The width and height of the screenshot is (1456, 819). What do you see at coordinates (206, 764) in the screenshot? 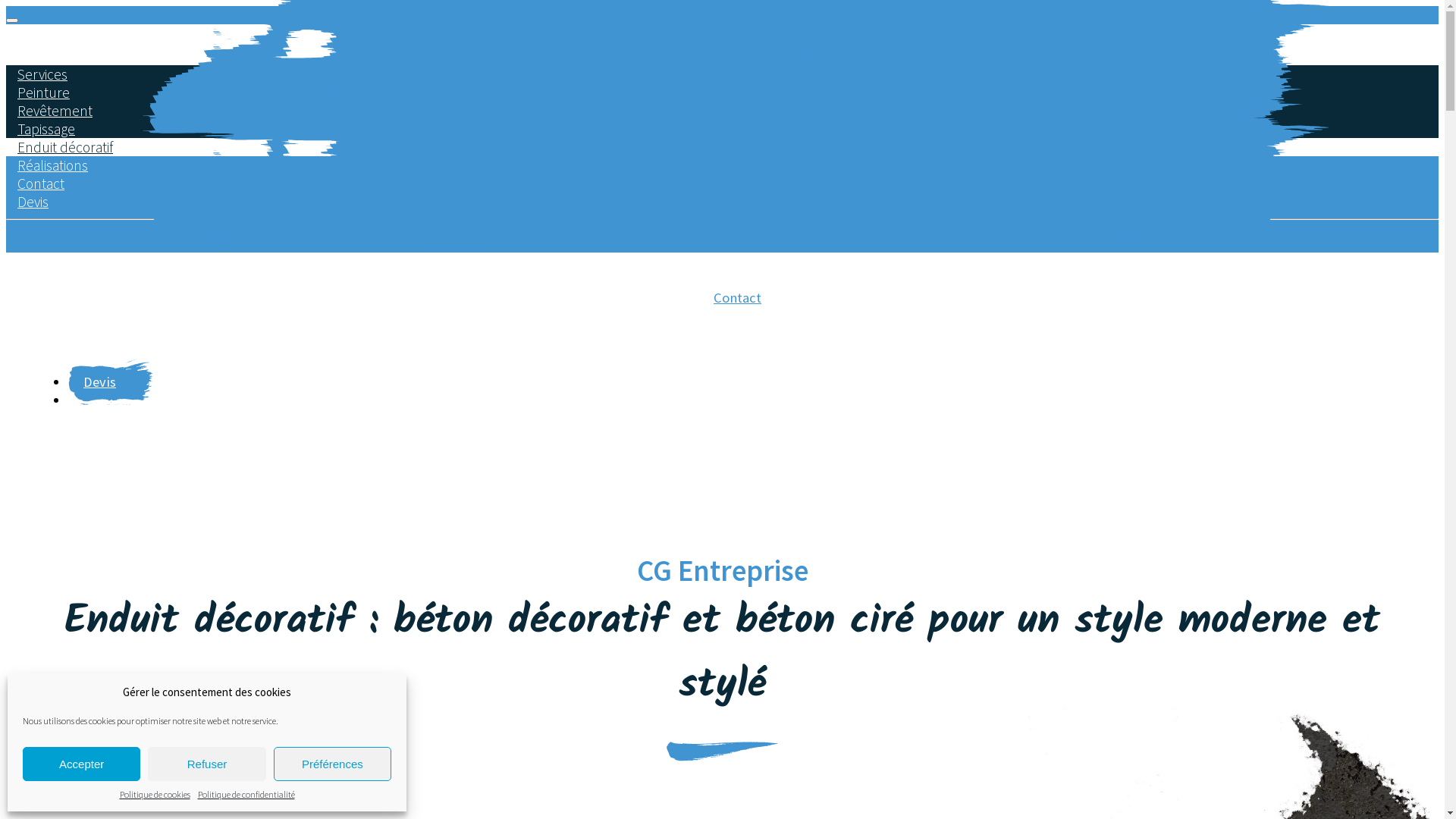
I see `'Refuser'` at bounding box center [206, 764].